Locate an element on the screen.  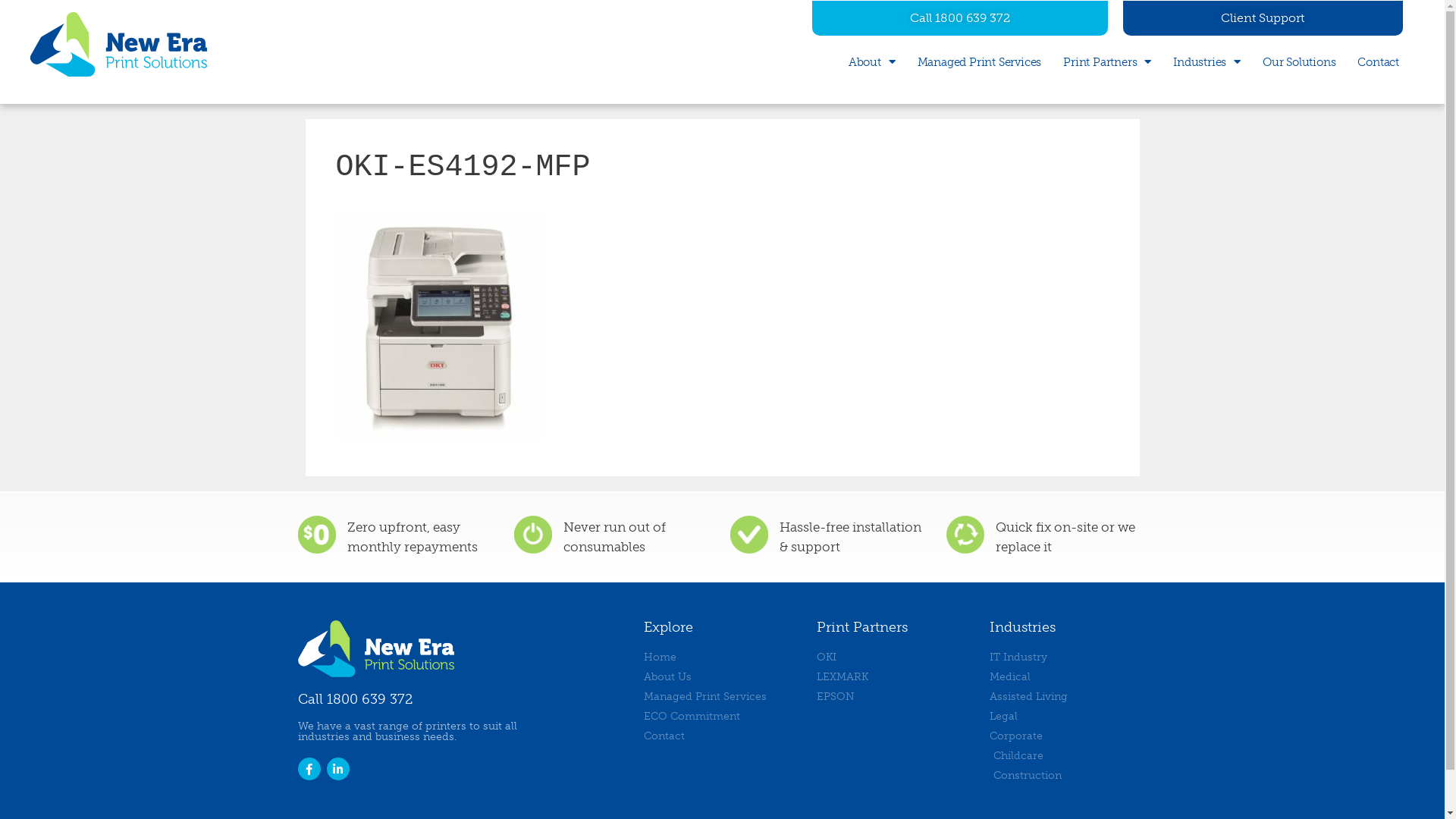
'Call 1800 639 372' is located at coordinates (353, 698).